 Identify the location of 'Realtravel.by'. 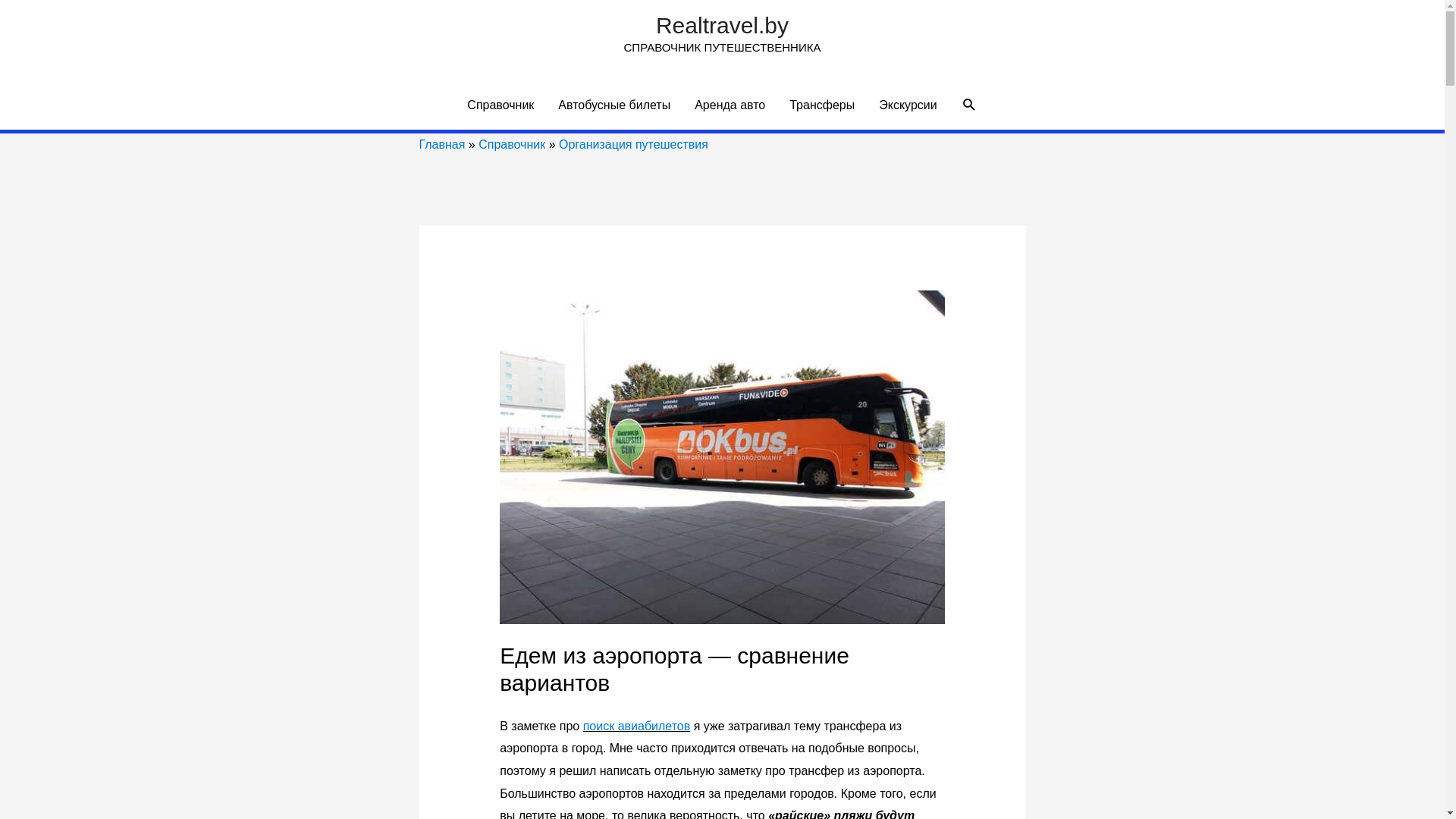
(721, 25).